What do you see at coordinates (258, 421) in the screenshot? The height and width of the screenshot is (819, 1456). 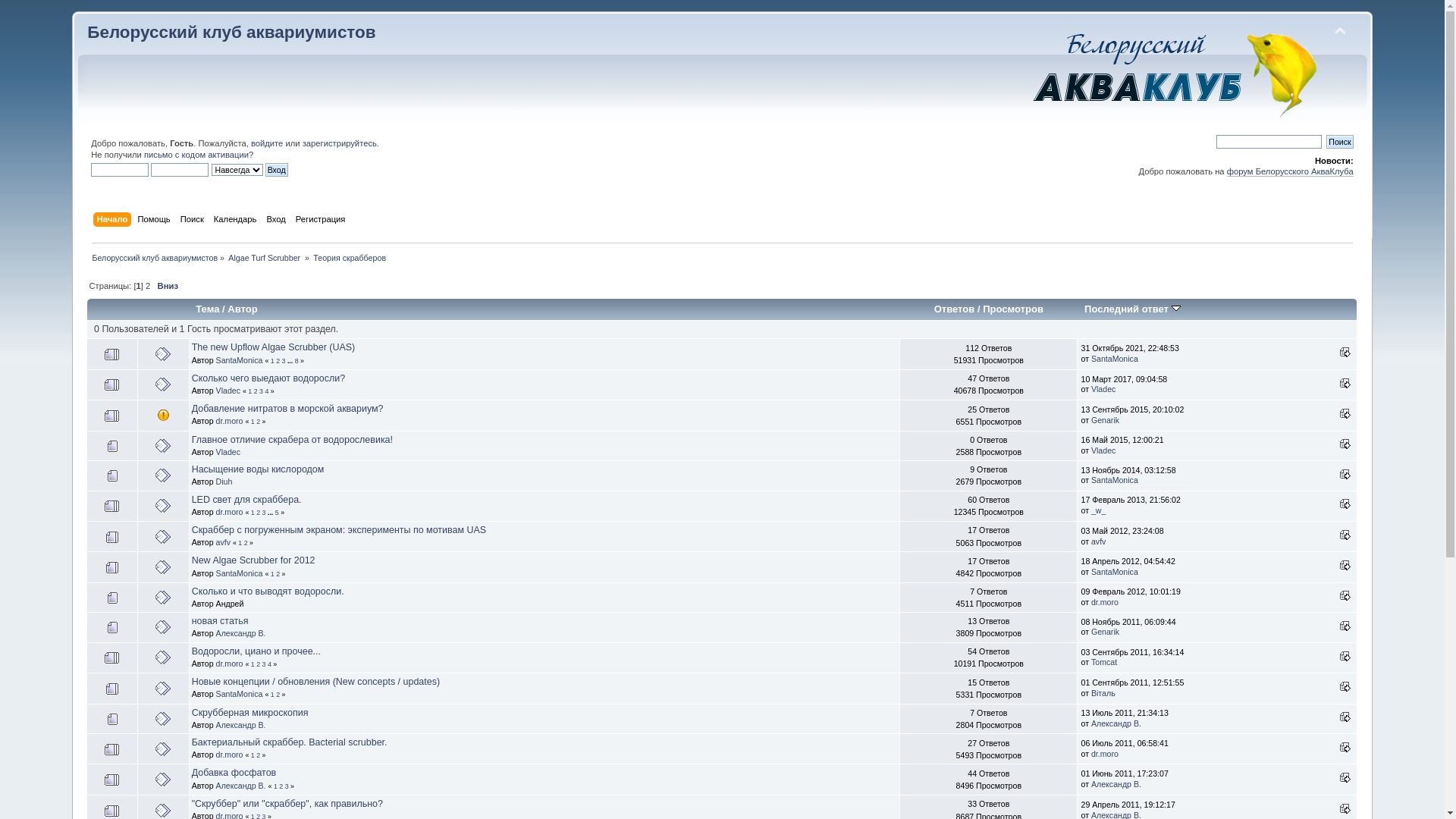 I see `'2'` at bounding box center [258, 421].